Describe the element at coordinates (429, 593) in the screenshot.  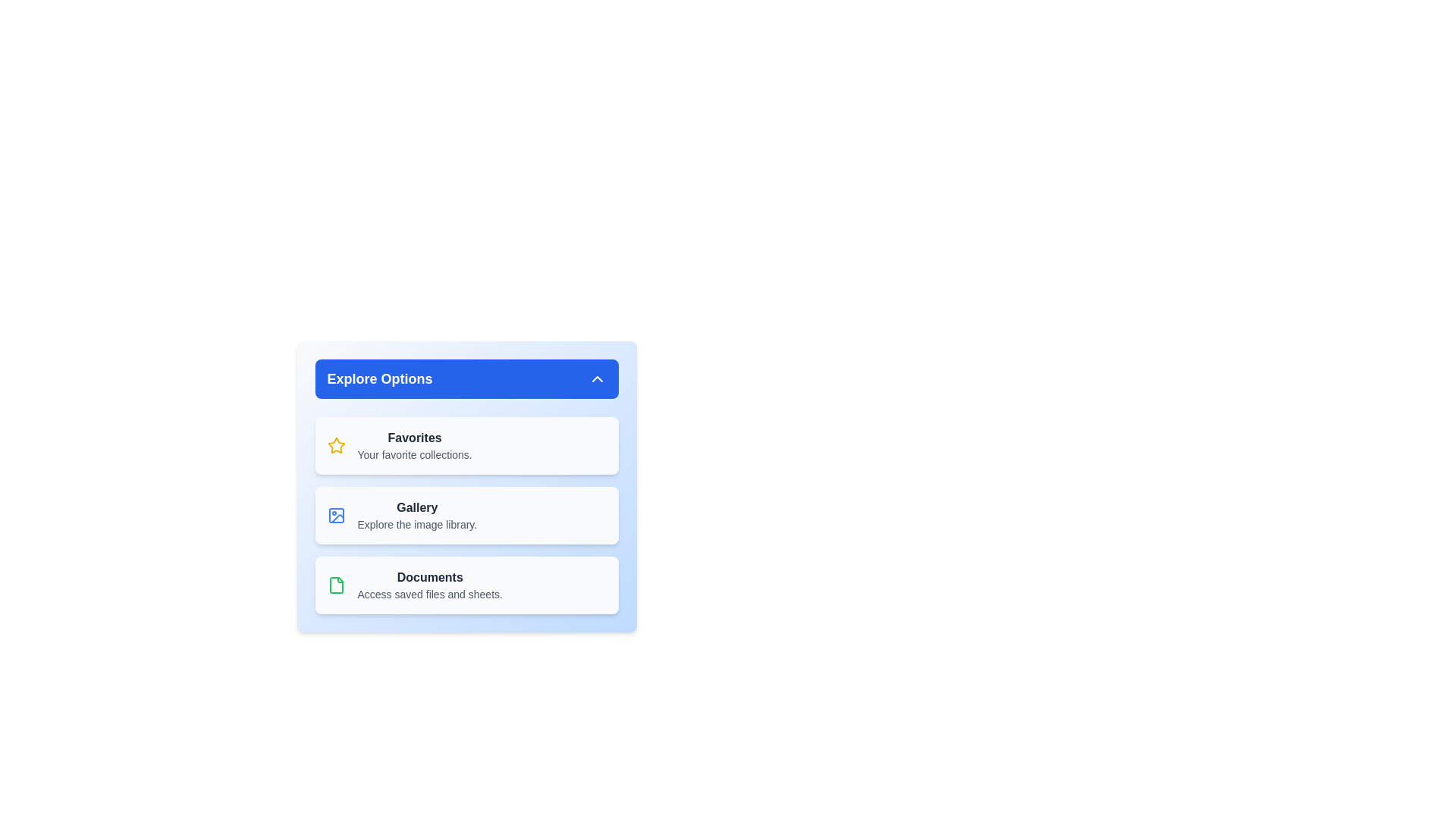
I see `the text label reading 'Access saved files and sheets.' which is positioned directly under the 'Documents' label, aligned with it` at that location.